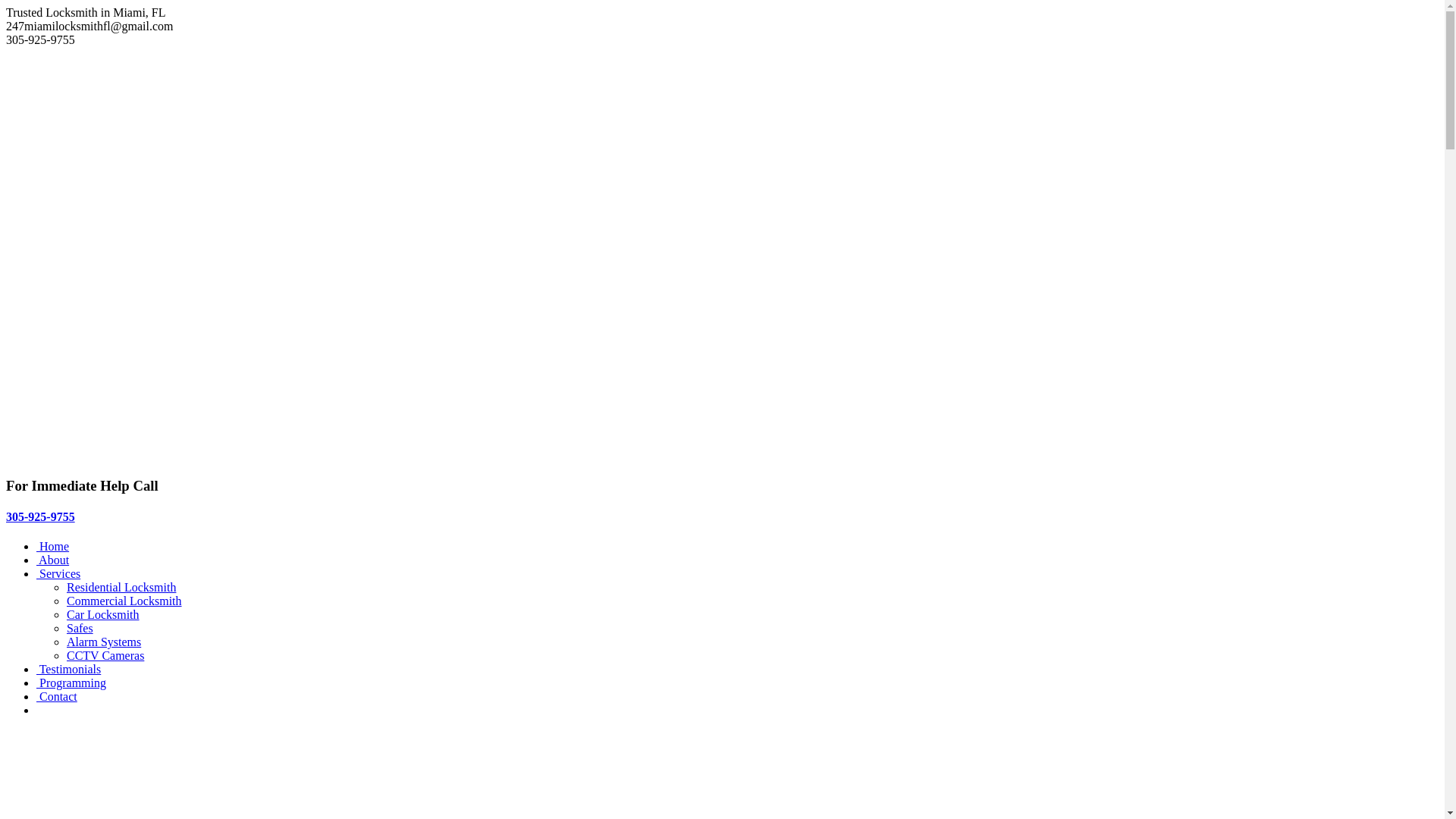  I want to click on 'Residential Locksmith', so click(65, 586).